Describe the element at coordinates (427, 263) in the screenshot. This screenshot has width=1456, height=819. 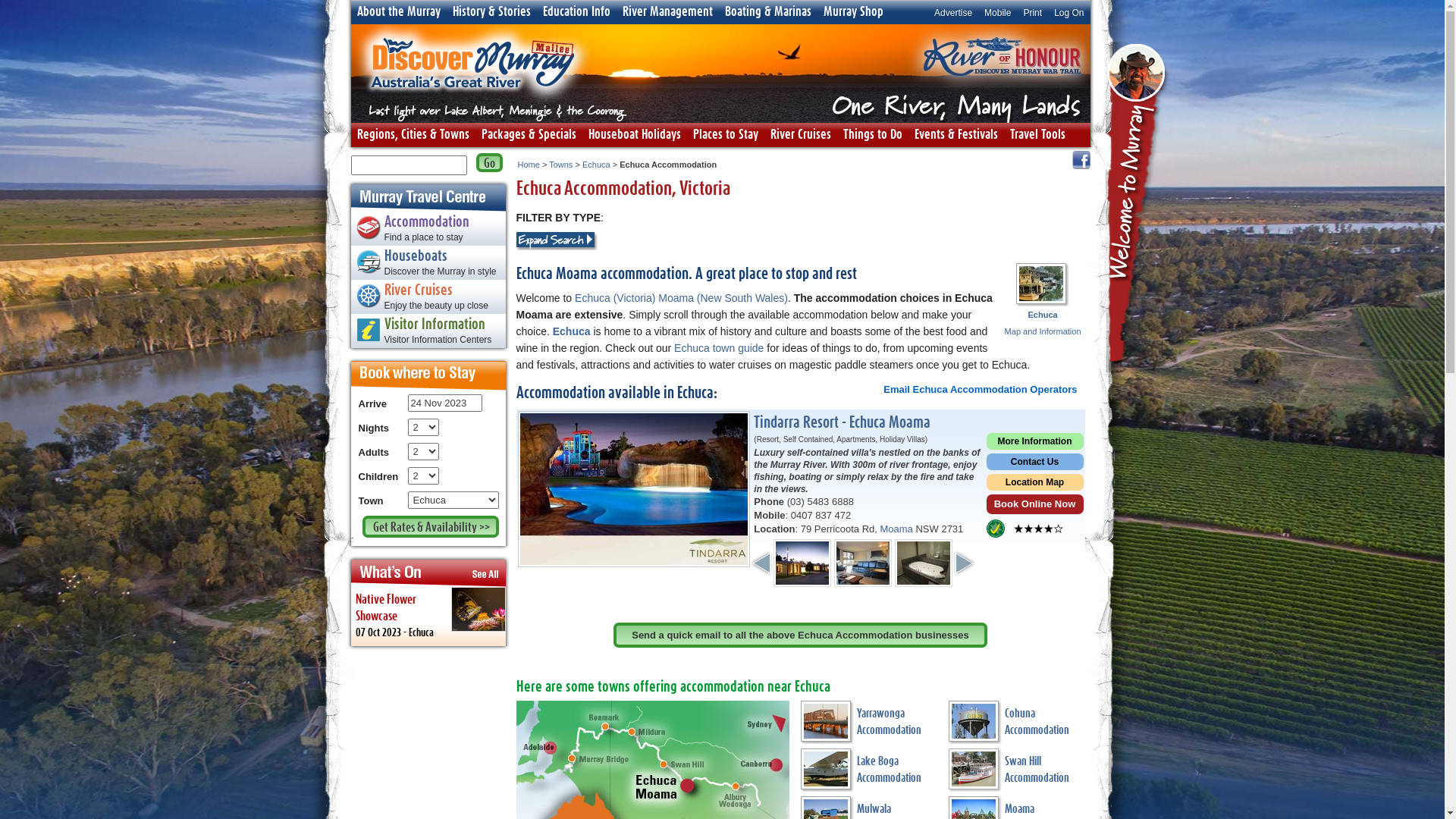
I see `'Houseboats` at that location.